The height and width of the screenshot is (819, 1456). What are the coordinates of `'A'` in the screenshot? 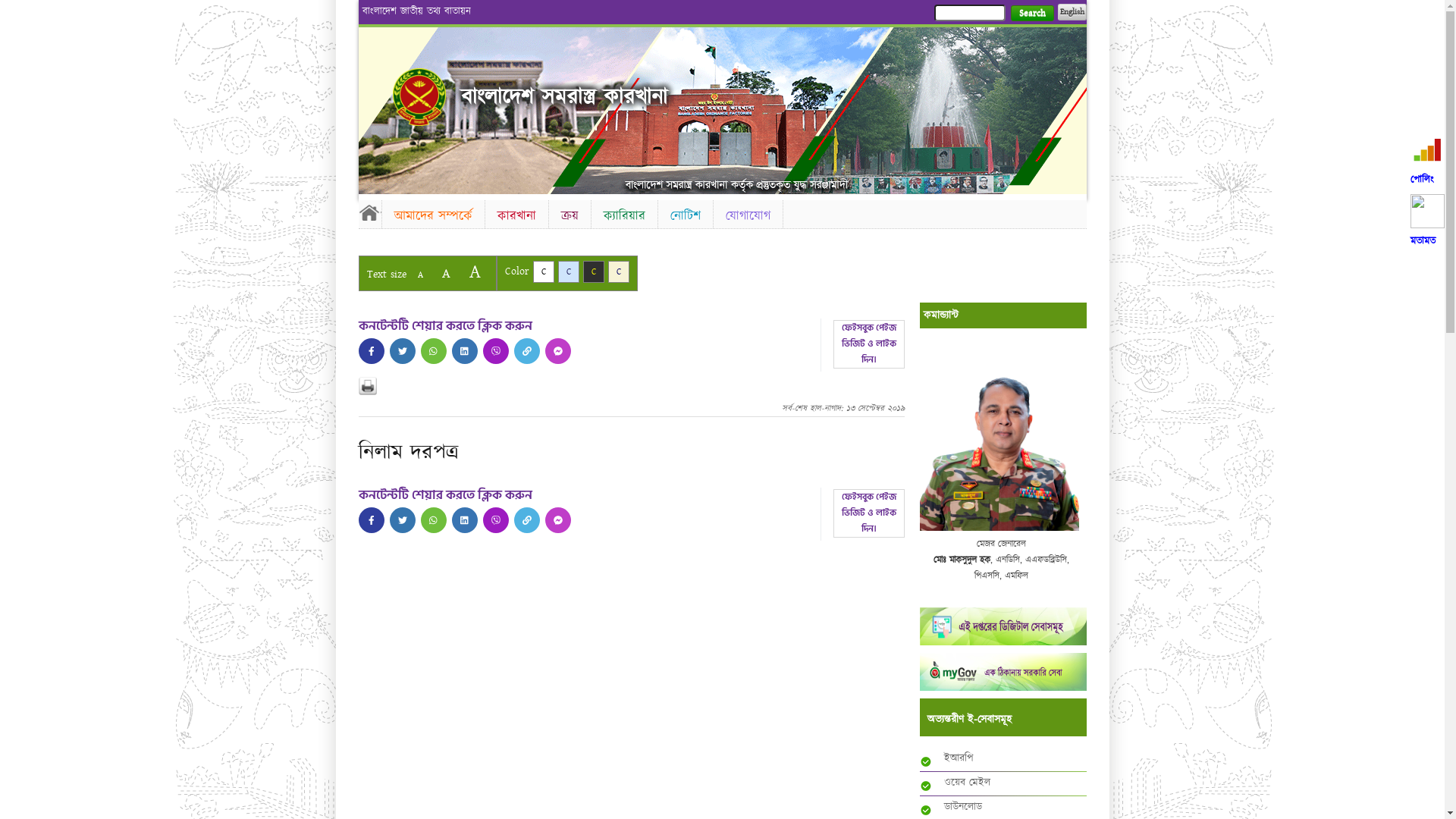 It's located at (419, 275).